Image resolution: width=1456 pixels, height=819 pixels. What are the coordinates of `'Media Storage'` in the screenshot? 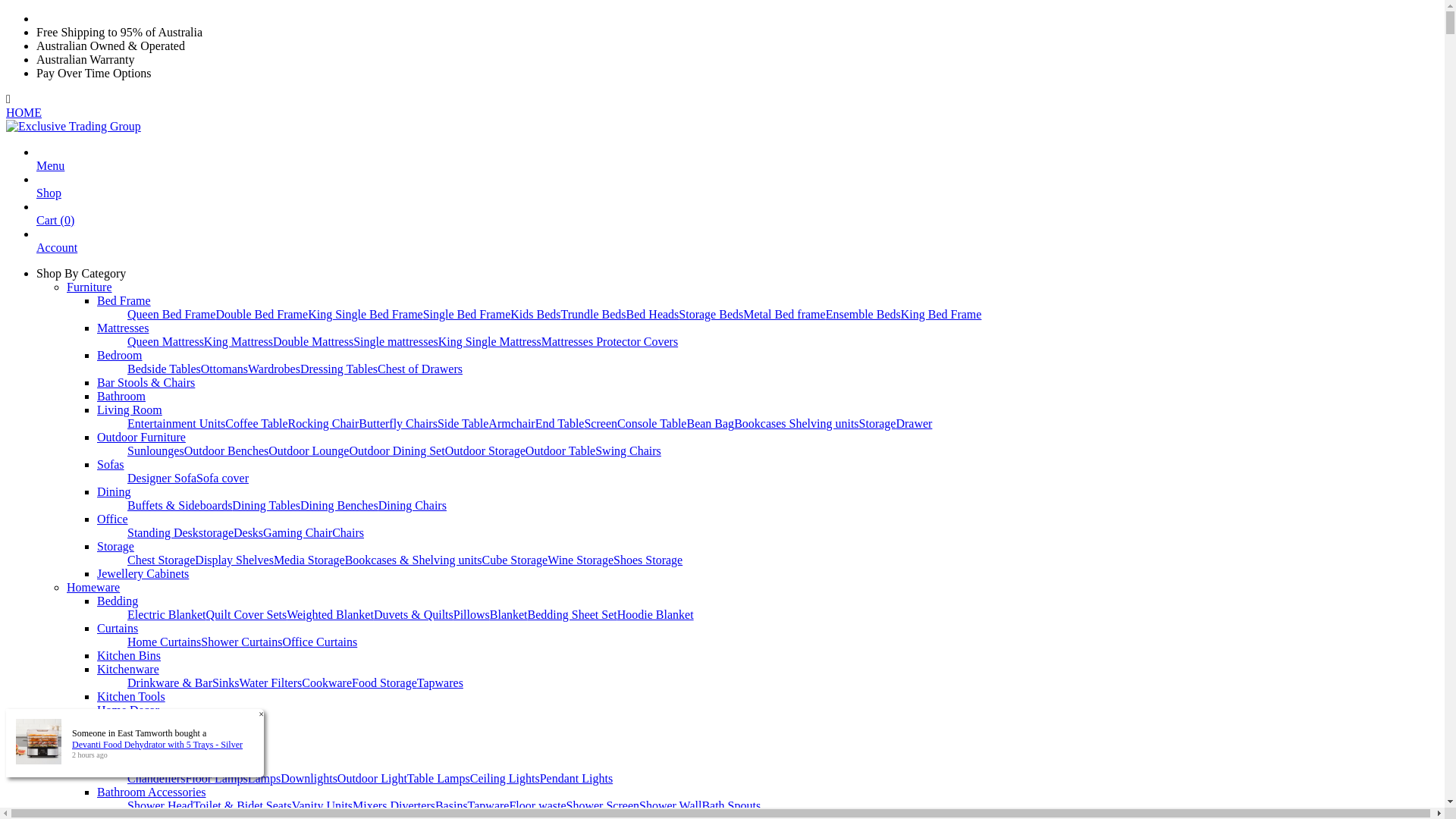 It's located at (309, 560).